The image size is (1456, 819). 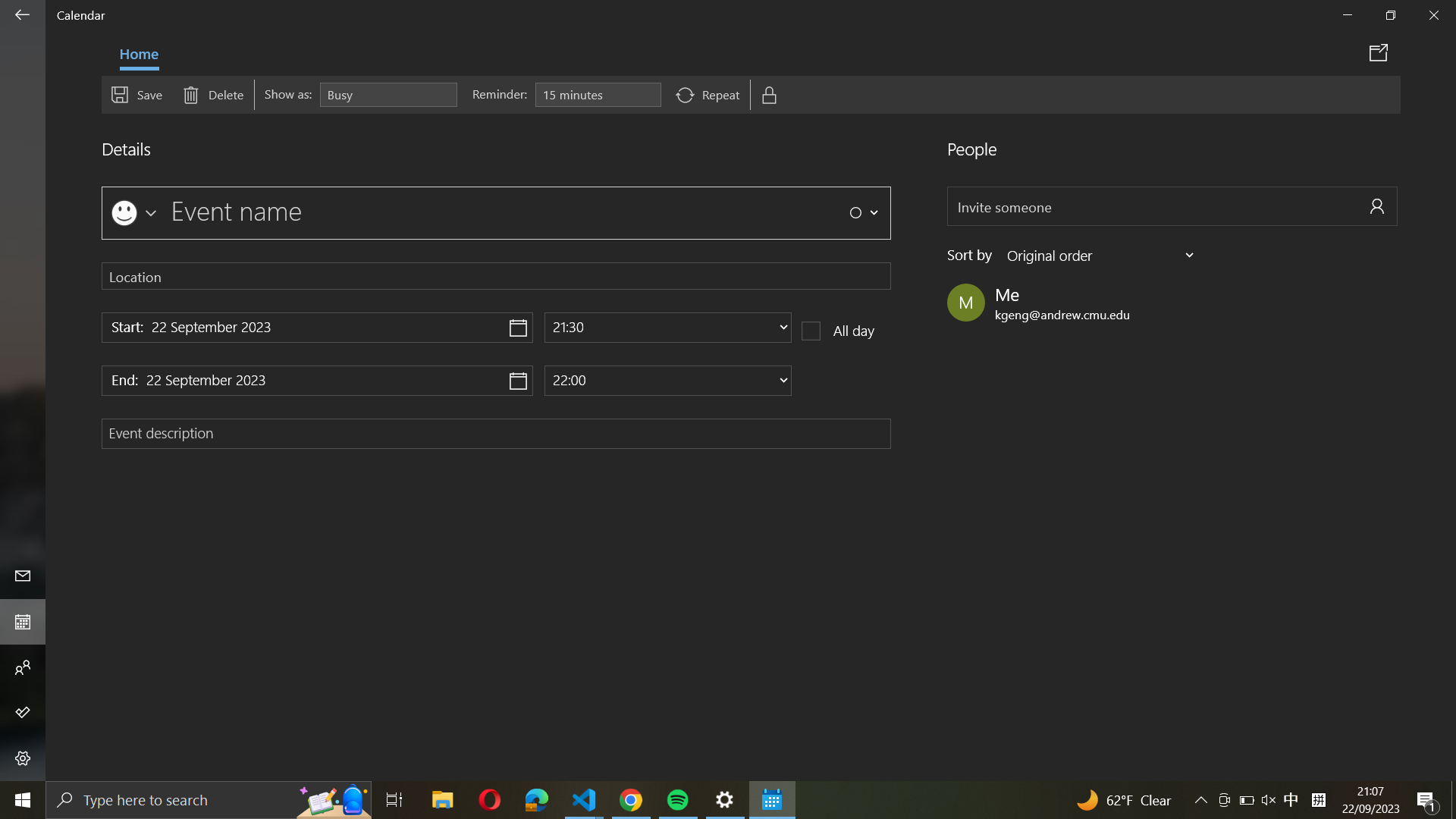 What do you see at coordinates (597, 95) in the screenshot?
I see `the settings for "Event reminder"` at bounding box center [597, 95].